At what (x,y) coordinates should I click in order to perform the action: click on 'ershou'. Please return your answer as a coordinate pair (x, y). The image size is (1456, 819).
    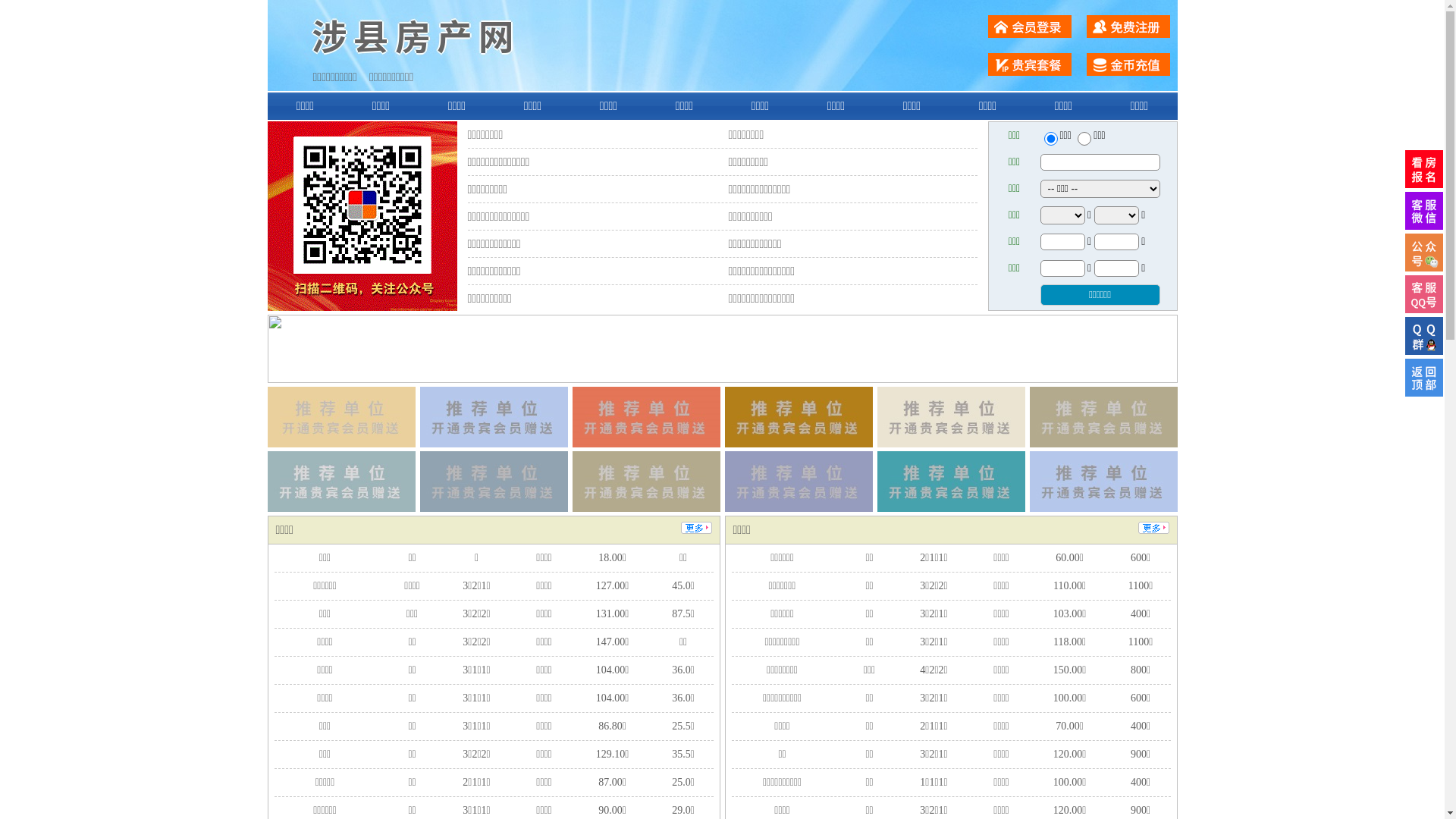
    Looking at the image, I should click on (1043, 138).